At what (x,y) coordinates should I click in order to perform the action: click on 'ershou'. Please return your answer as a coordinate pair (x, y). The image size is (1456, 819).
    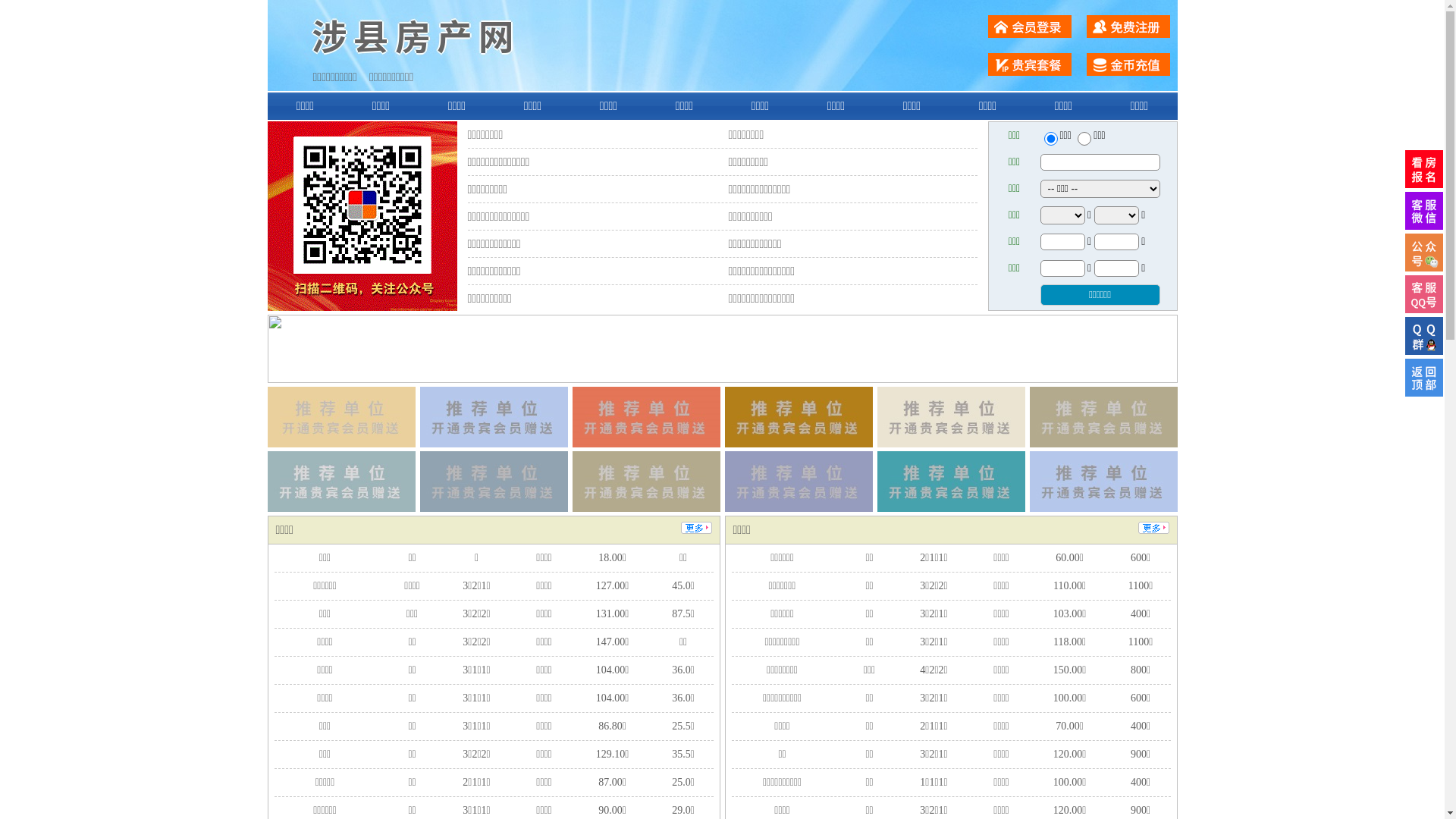
    Looking at the image, I should click on (1043, 138).